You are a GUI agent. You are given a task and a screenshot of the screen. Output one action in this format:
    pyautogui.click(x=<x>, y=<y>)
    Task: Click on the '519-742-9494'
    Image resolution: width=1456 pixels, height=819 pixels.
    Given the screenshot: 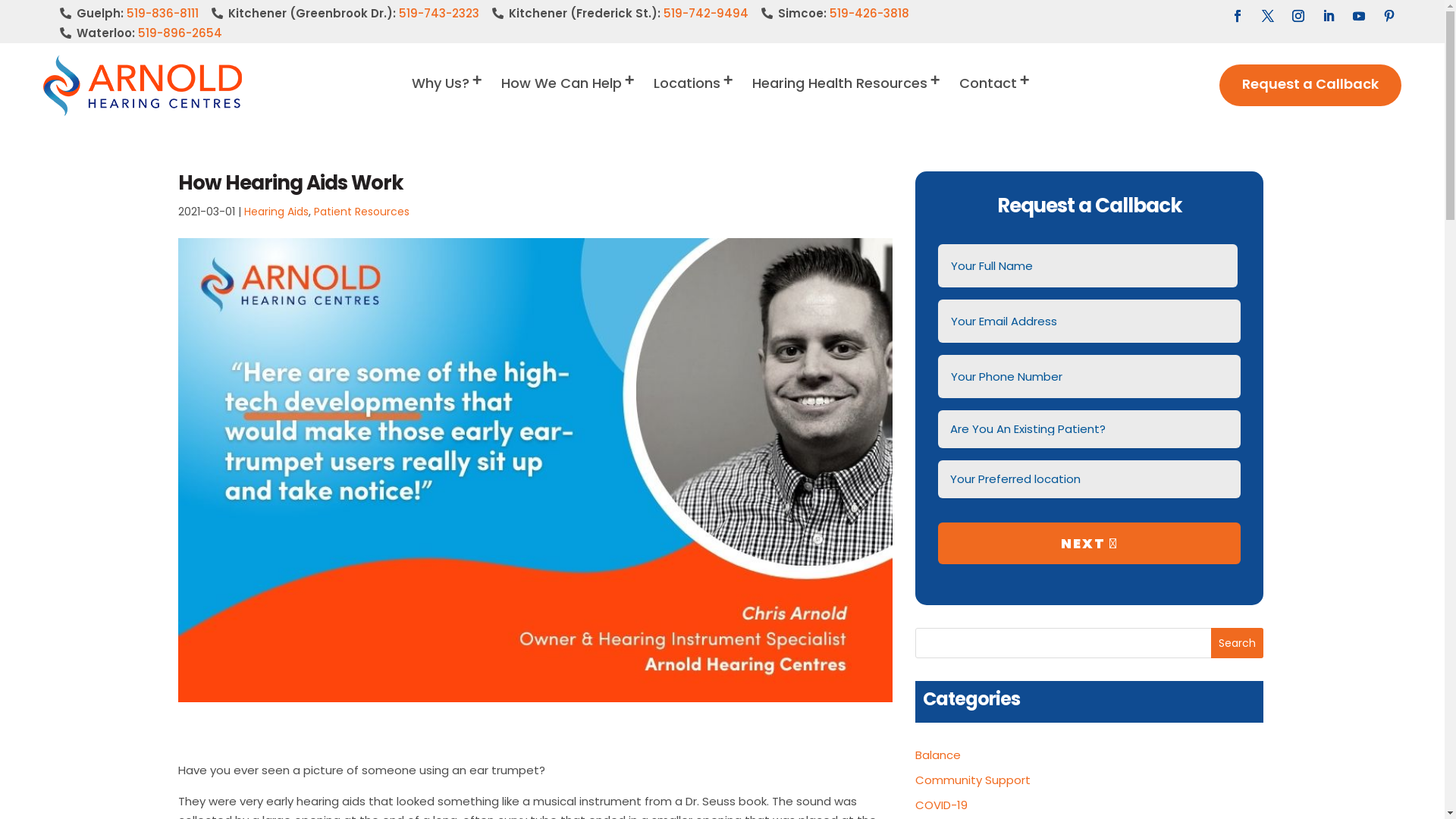 What is the action you would take?
    pyautogui.click(x=705, y=13)
    